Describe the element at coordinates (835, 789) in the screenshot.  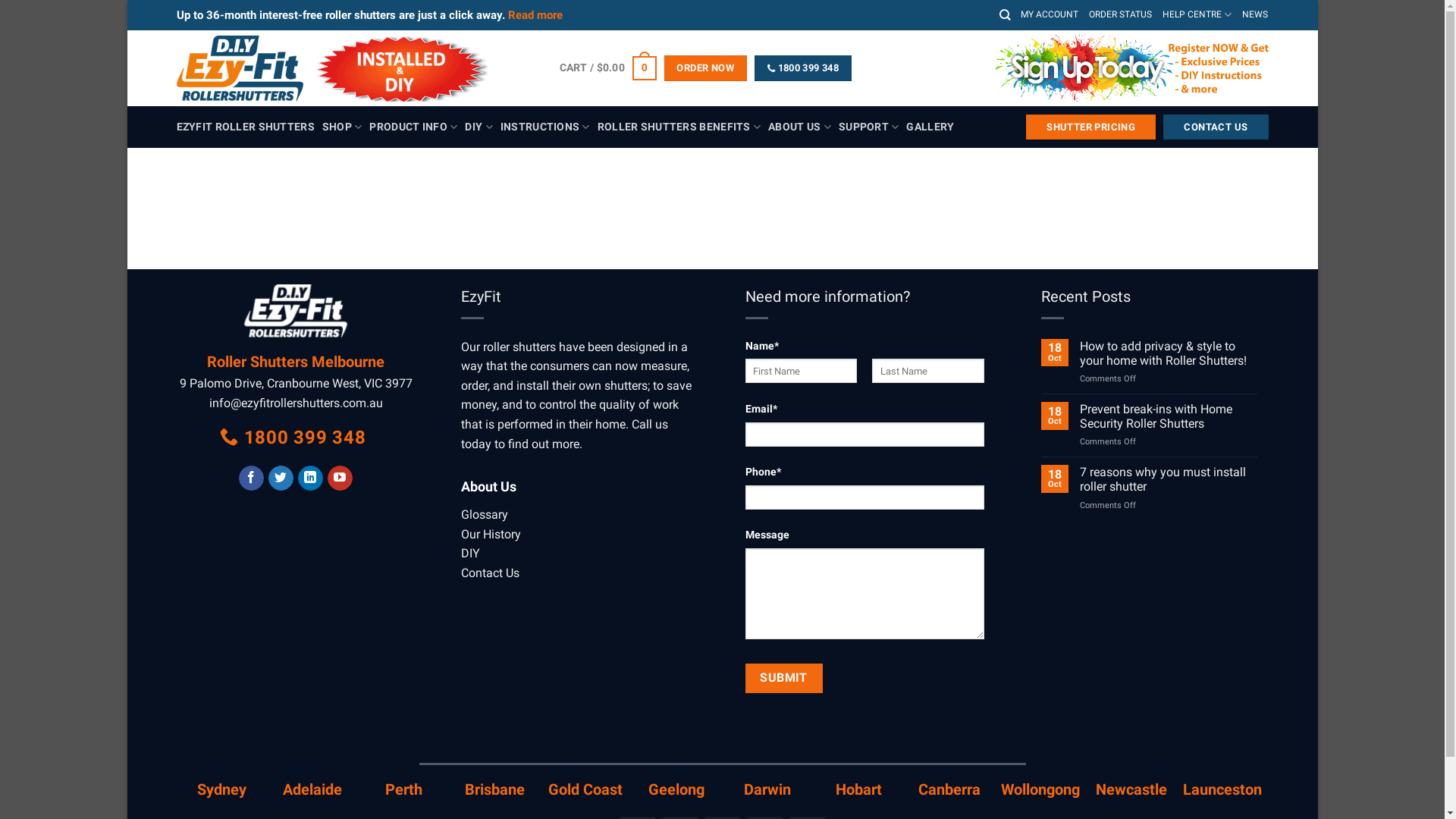
I see `'Hobart'` at that location.